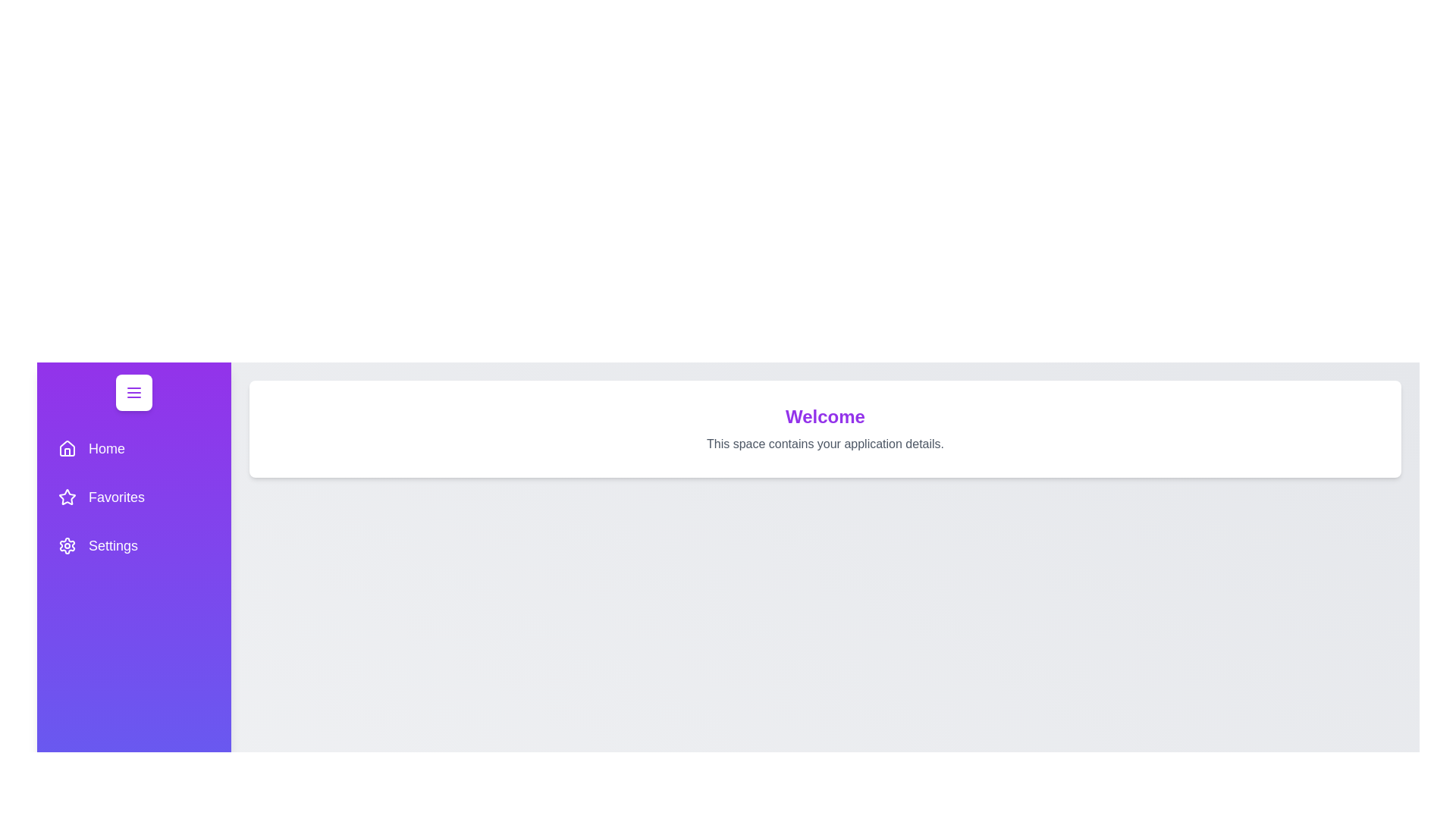 This screenshot has width=1456, height=819. I want to click on the menu button to toggle the drawer, so click(134, 391).